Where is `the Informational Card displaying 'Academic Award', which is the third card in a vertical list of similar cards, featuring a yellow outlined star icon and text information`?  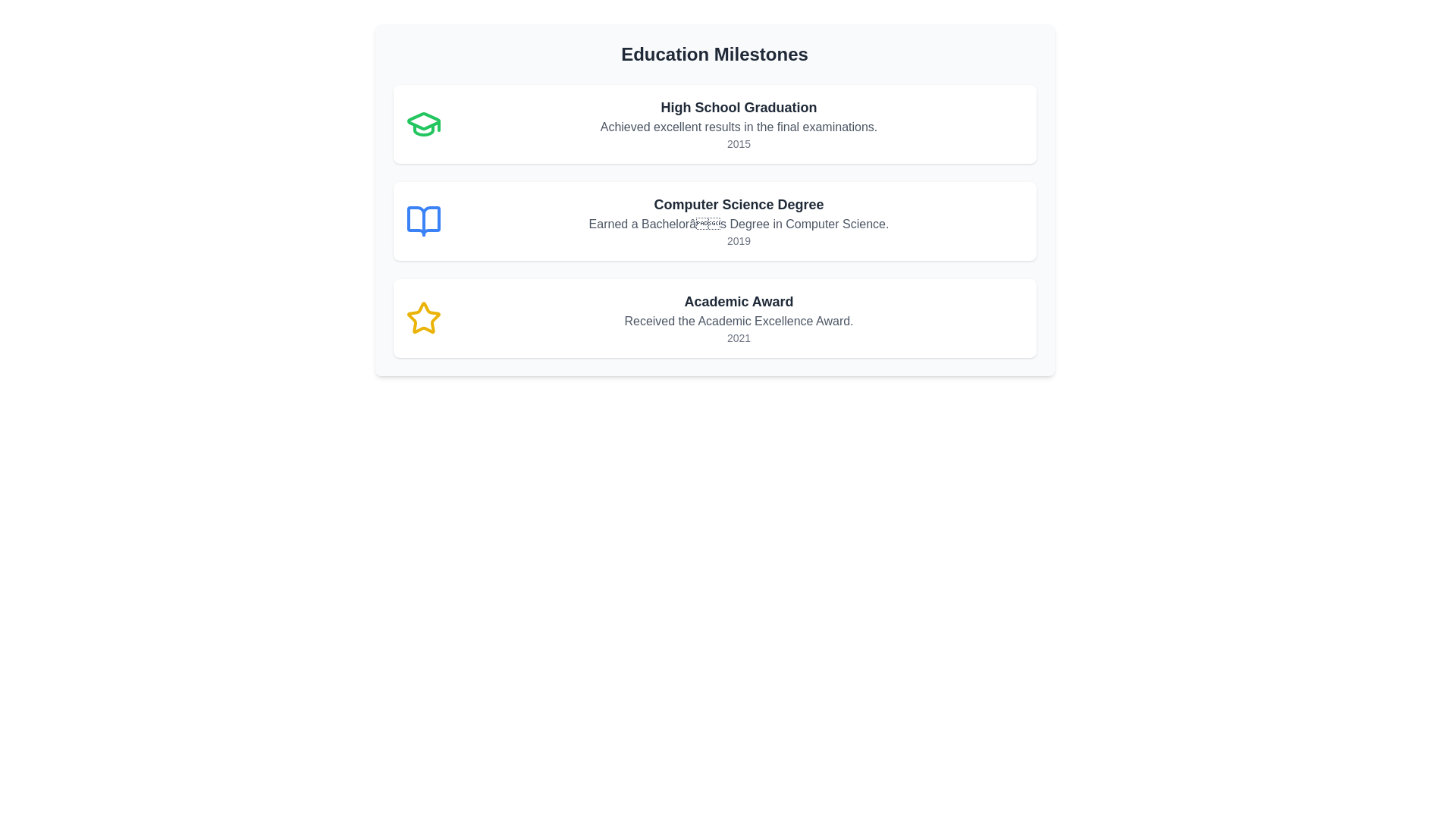
the Informational Card displaying 'Academic Award', which is the third card in a vertical list of similar cards, featuring a yellow outlined star icon and text information is located at coordinates (714, 318).